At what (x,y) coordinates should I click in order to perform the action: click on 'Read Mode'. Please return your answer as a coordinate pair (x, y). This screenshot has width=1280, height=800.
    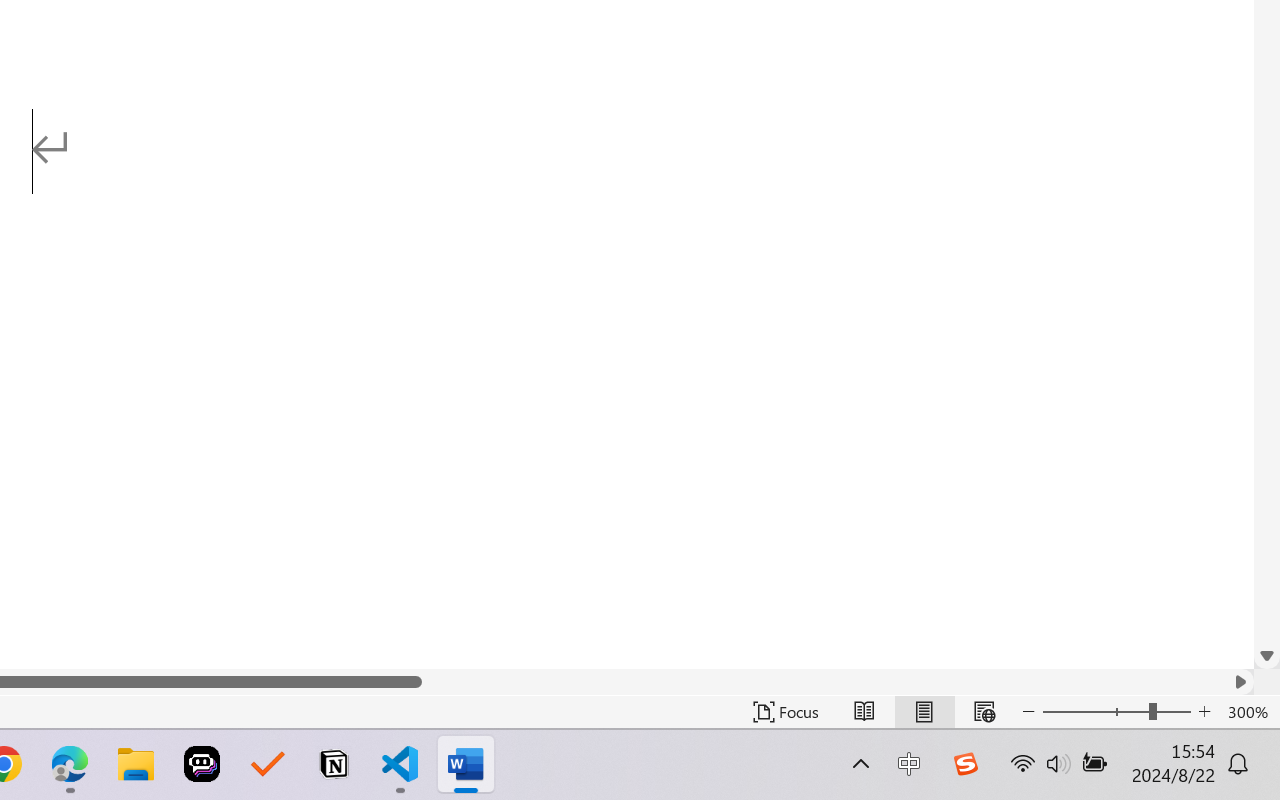
    Looking at the image, I should click on (864, 711).